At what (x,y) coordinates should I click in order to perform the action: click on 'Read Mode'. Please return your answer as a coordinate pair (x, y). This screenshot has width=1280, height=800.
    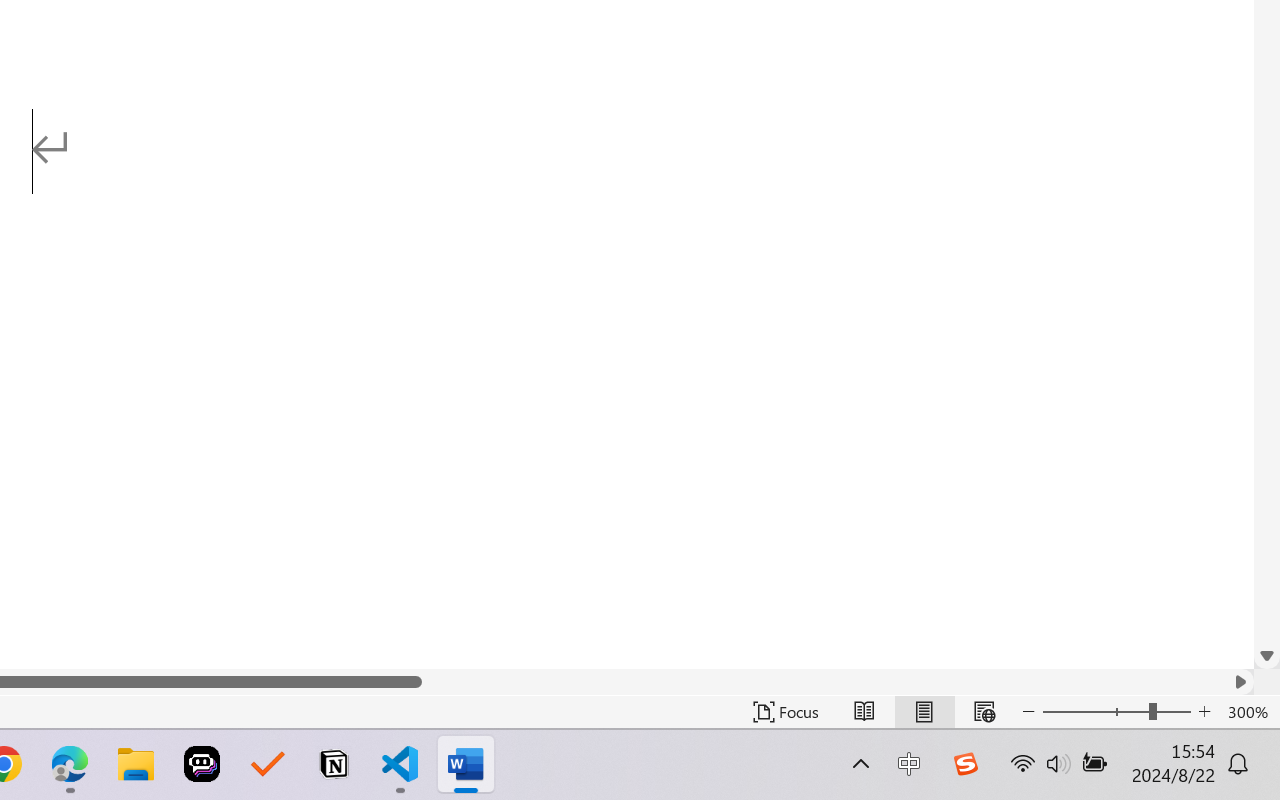
    Looking at the image, I should click on (864, 711).